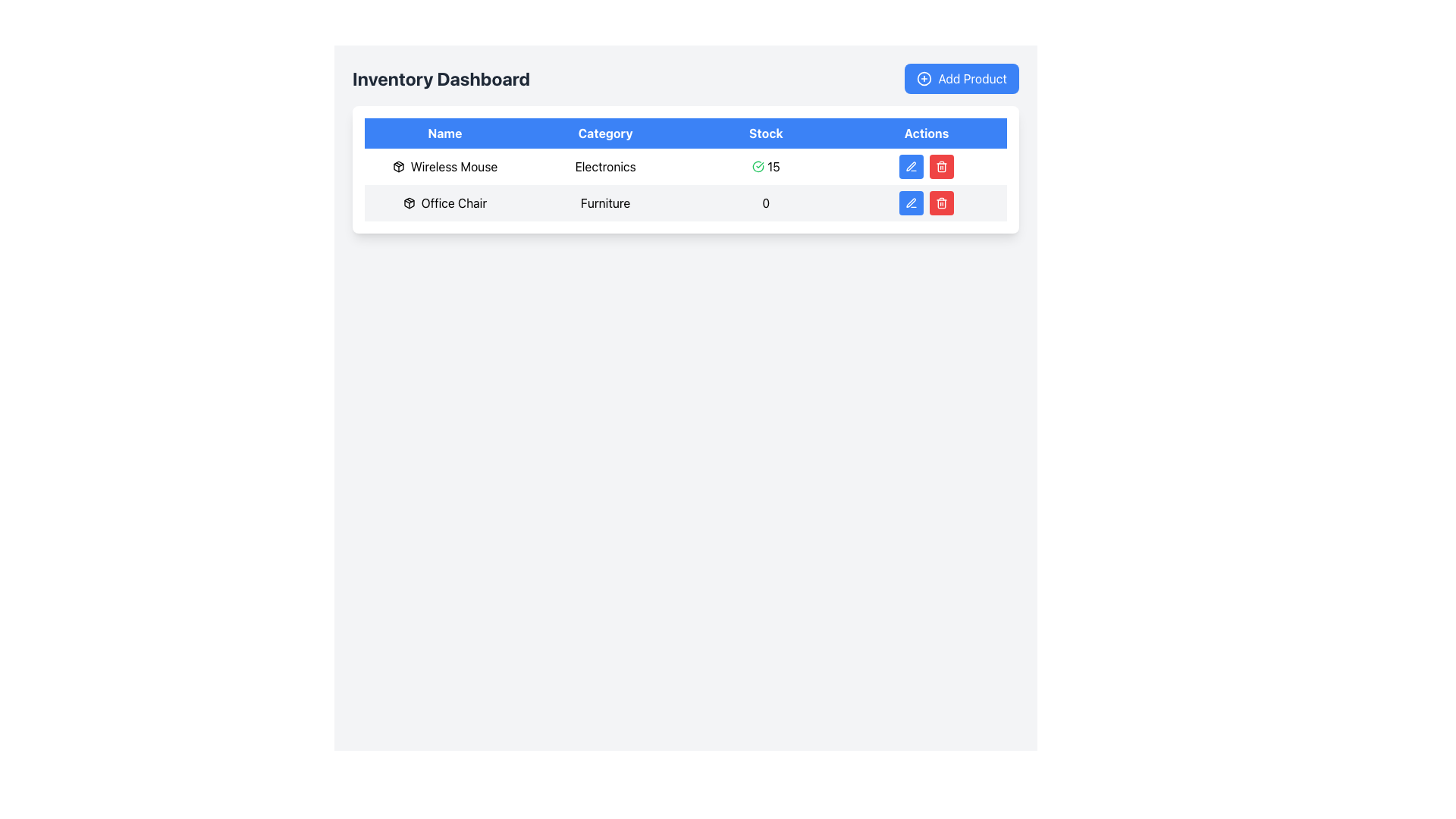  Describe the element at coordinates (924, 79) in the screenshot. I see `the 'Add Product' button by clicking on the circular icon located to the left of the text within the button component at the top-right corner of the interface` at that location.